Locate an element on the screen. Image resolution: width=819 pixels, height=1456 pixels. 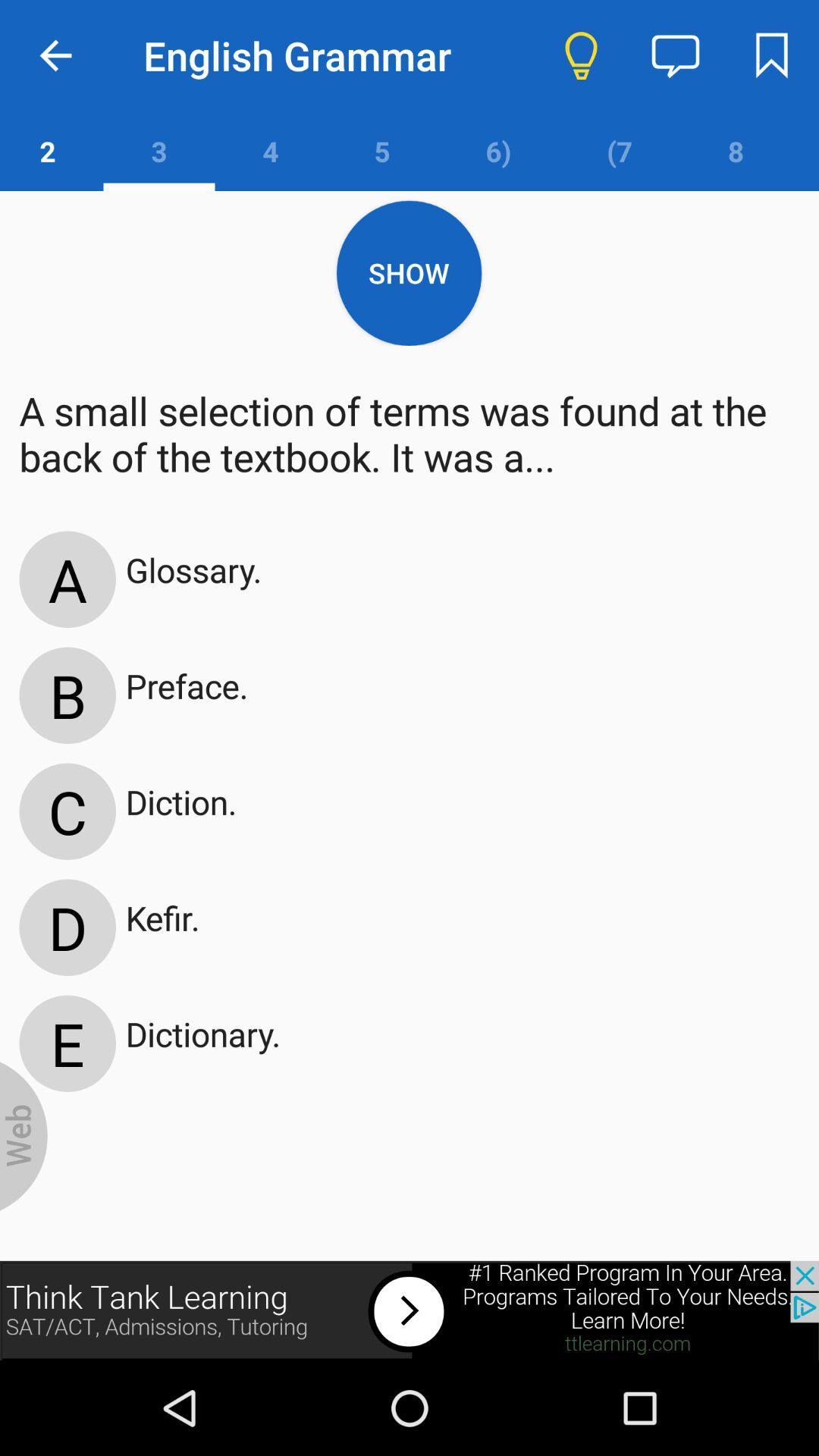
selected web option is located at coordinates (24, 1136).